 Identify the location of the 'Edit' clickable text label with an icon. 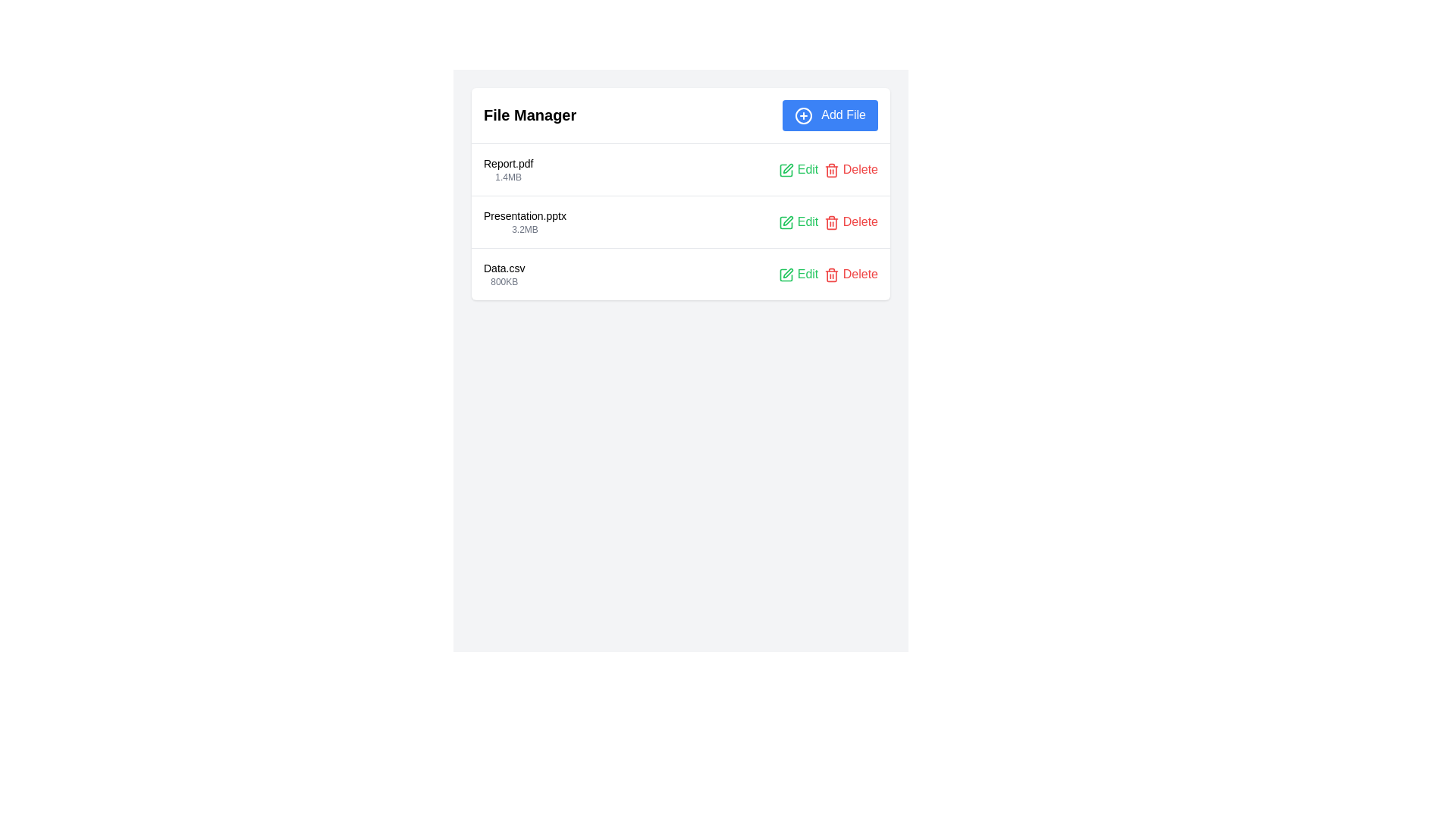
(798, 221).